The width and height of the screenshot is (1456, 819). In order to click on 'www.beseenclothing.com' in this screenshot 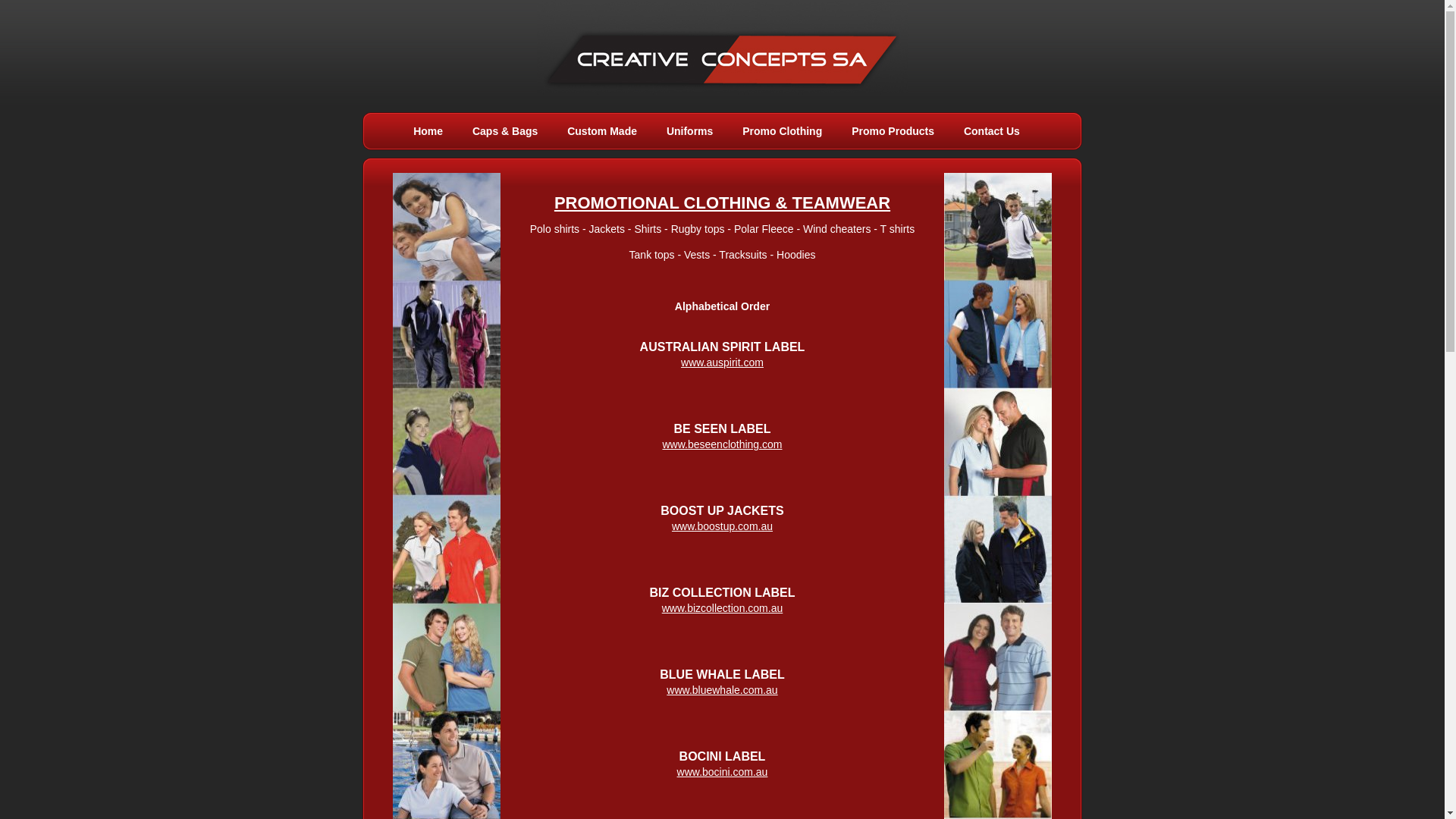, I will do `click(722, 444)`.